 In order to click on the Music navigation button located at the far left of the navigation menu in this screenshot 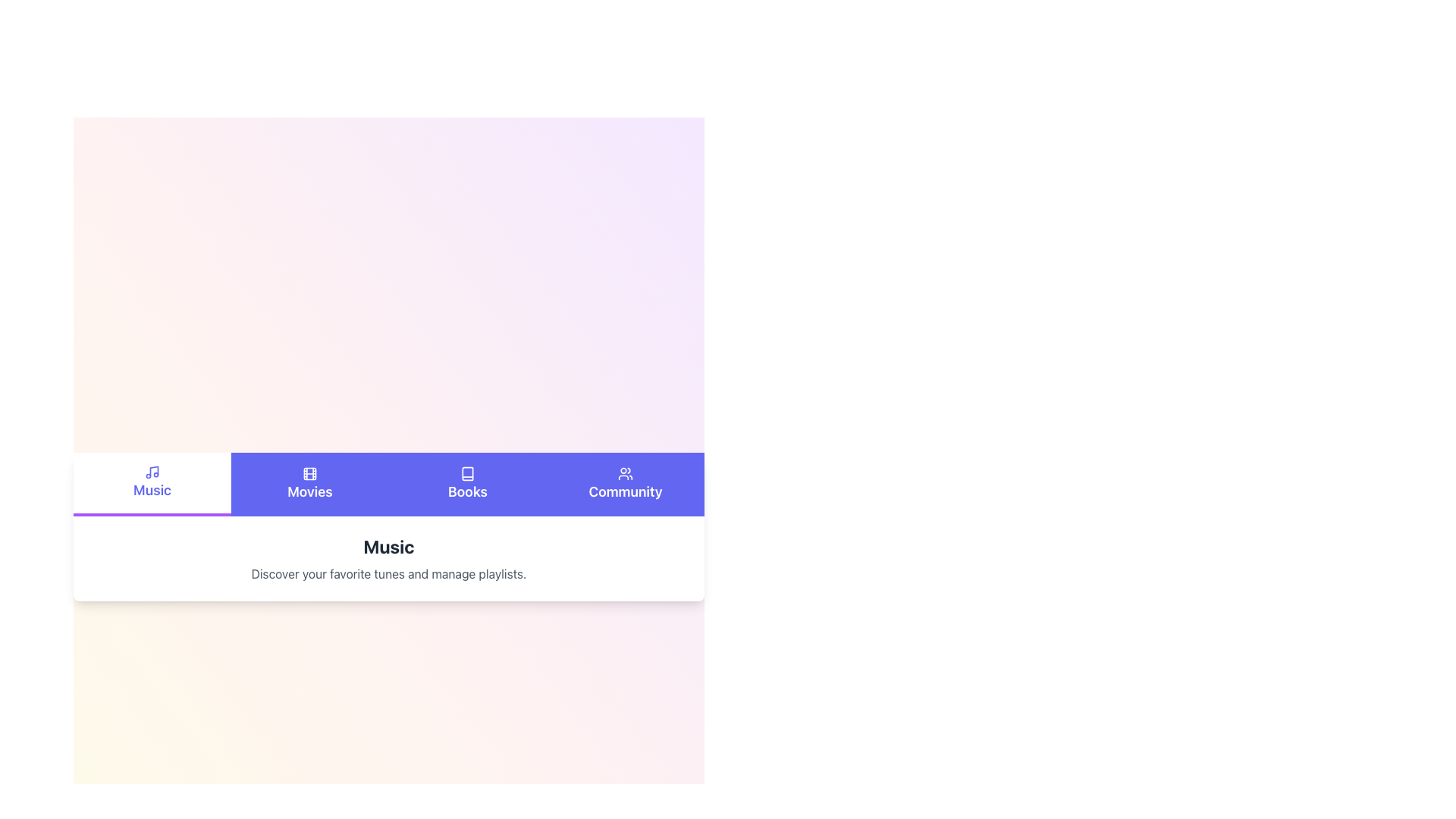, I will do `click(152, 485)`.